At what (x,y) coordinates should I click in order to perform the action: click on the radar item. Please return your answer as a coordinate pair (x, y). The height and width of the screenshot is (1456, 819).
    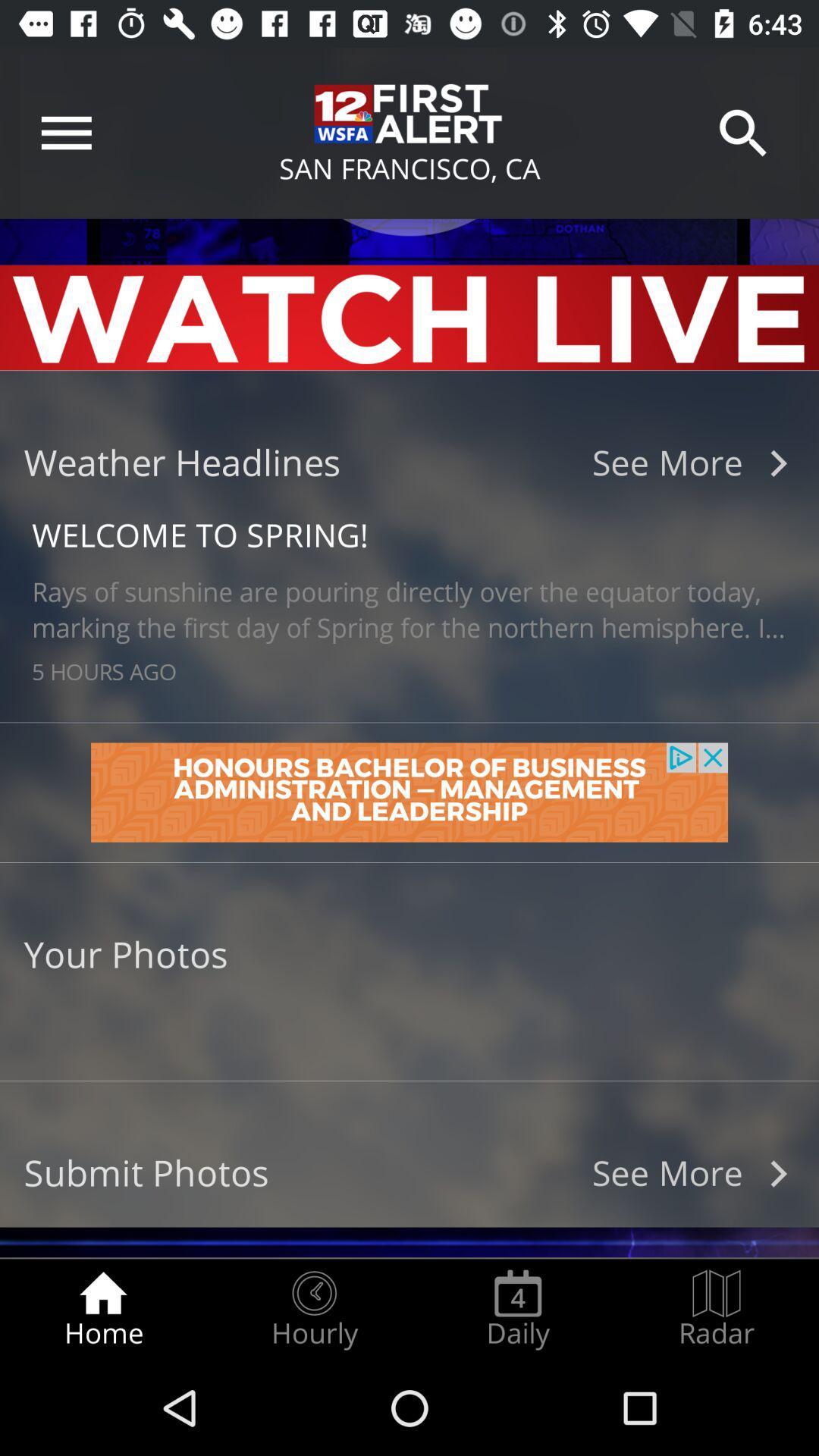
    Looking at the image, I should click on (717, 1309).